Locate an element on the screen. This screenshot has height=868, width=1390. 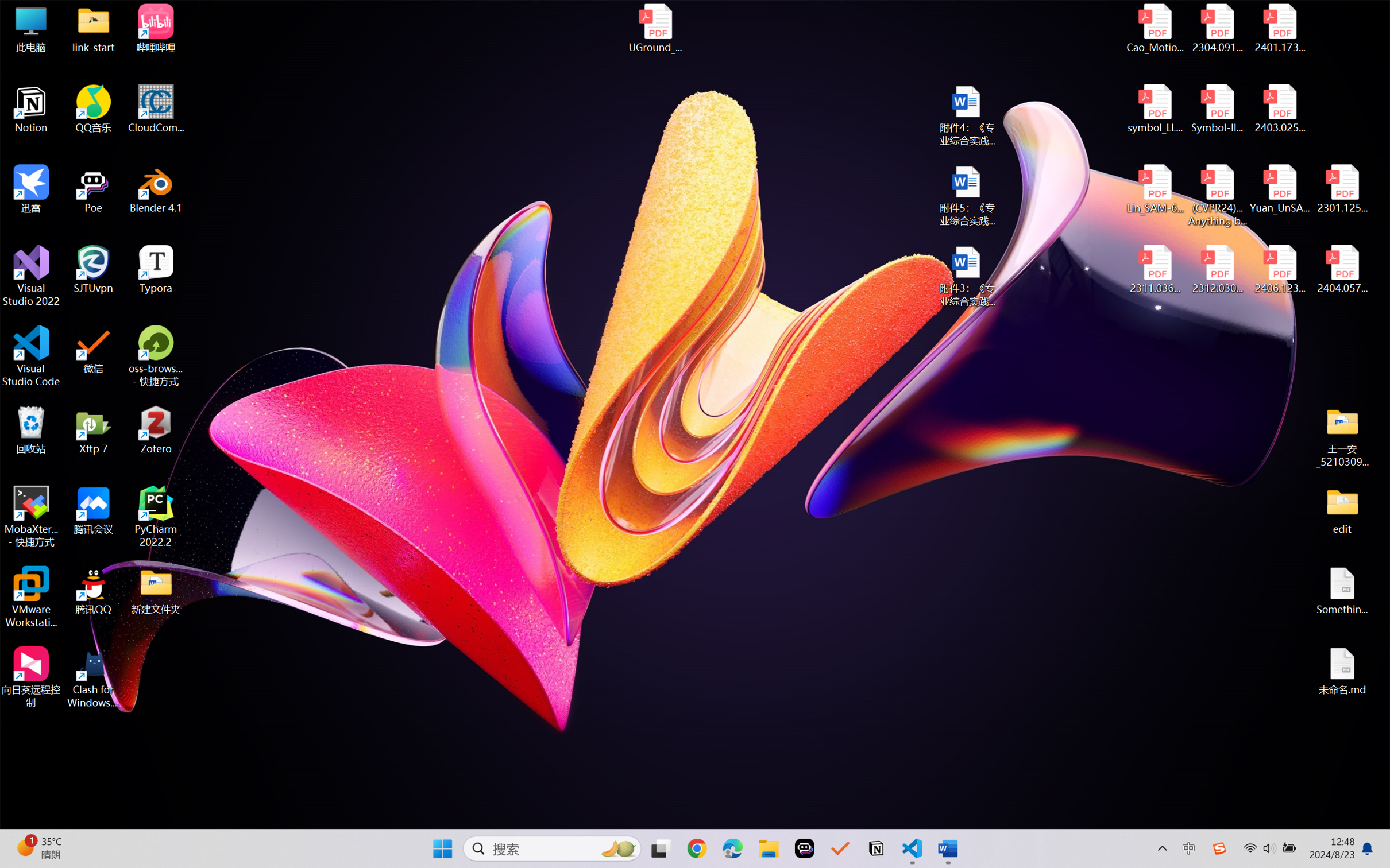
'Visual Studio Code' is located at coordinates (30, 355).